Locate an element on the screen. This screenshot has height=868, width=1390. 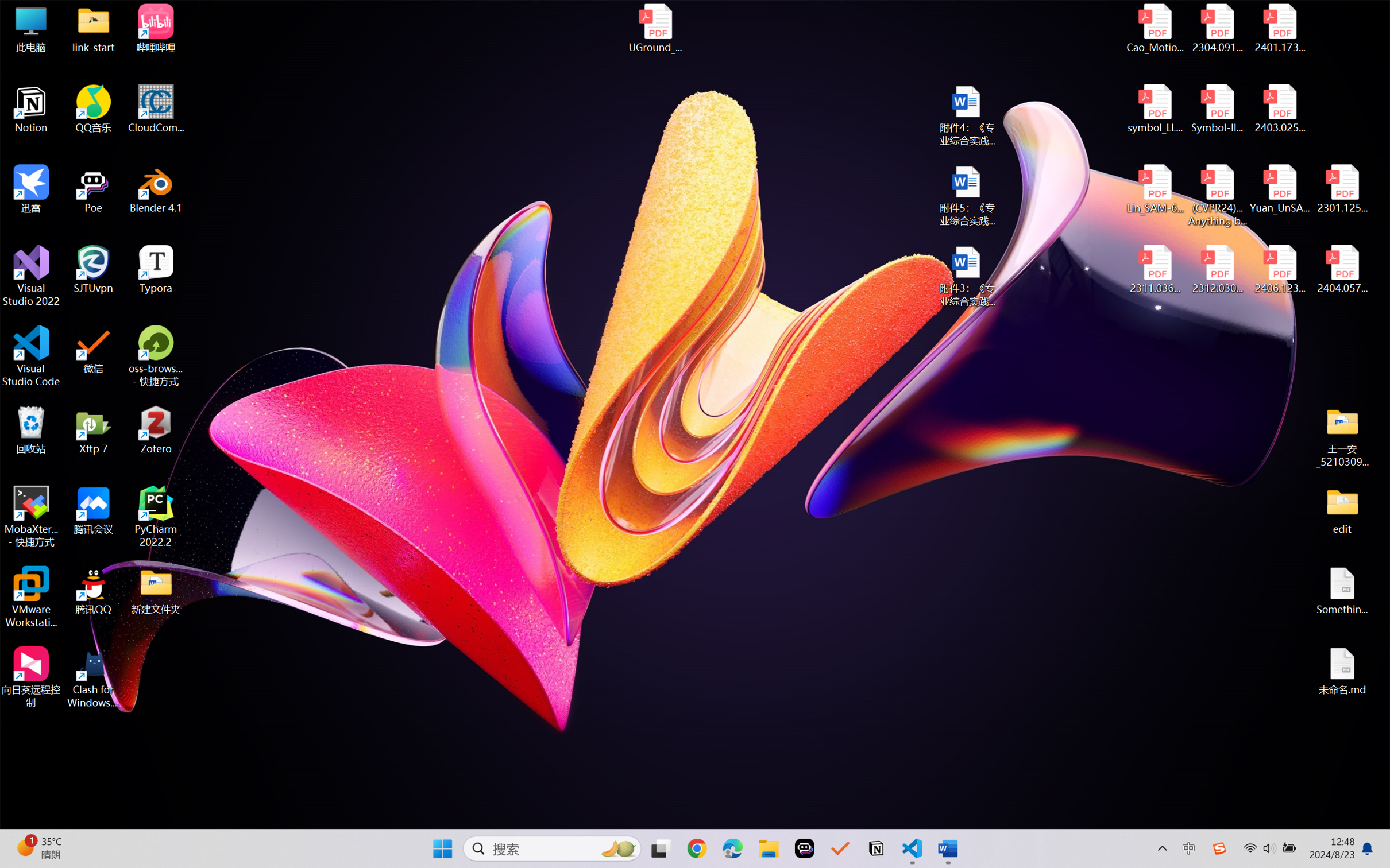
'Visual Studio Code' is located at coordinates (30, 355).